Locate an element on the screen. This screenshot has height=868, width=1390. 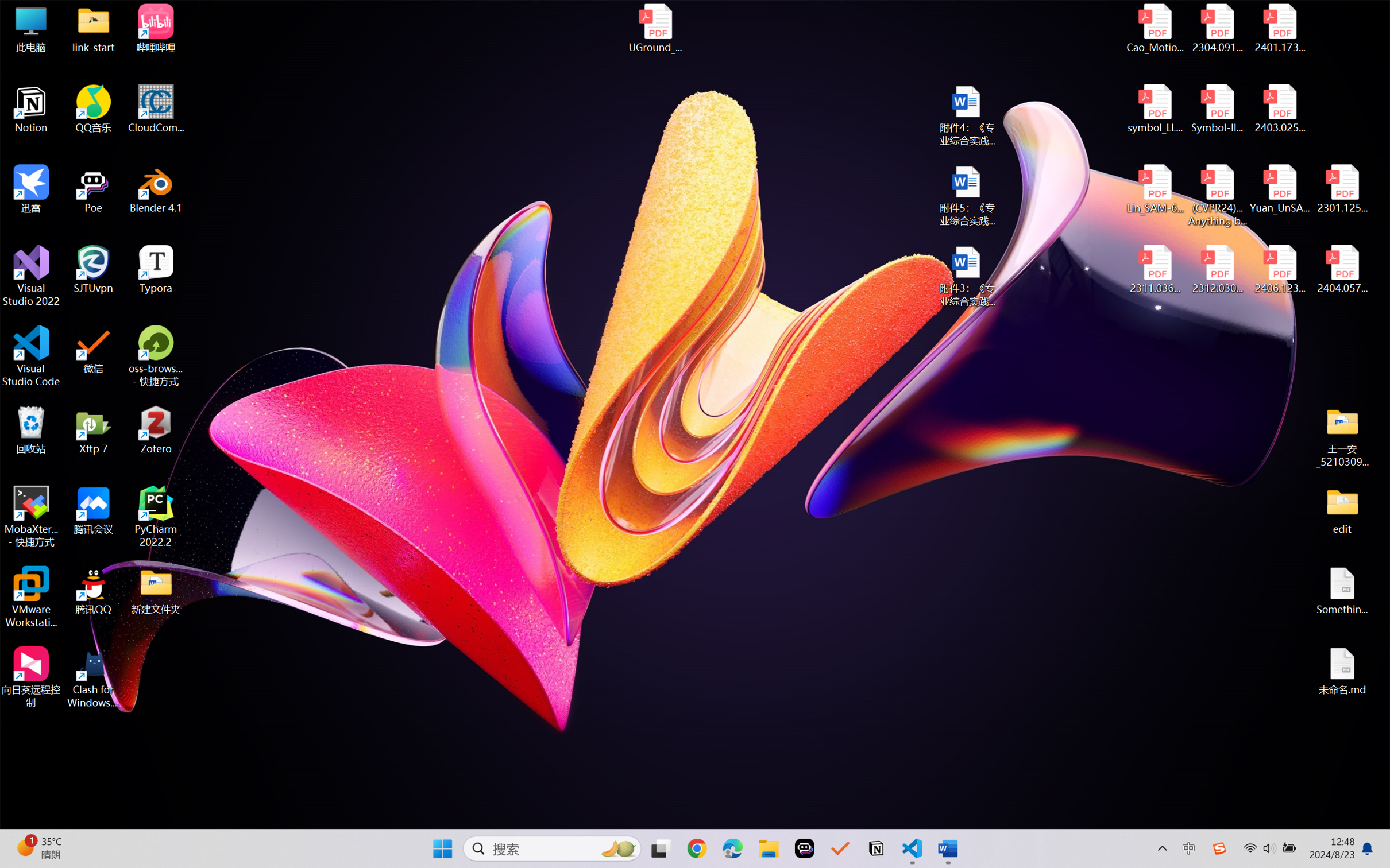
'Visual Studio Code' is located at coordinates (30, 355).